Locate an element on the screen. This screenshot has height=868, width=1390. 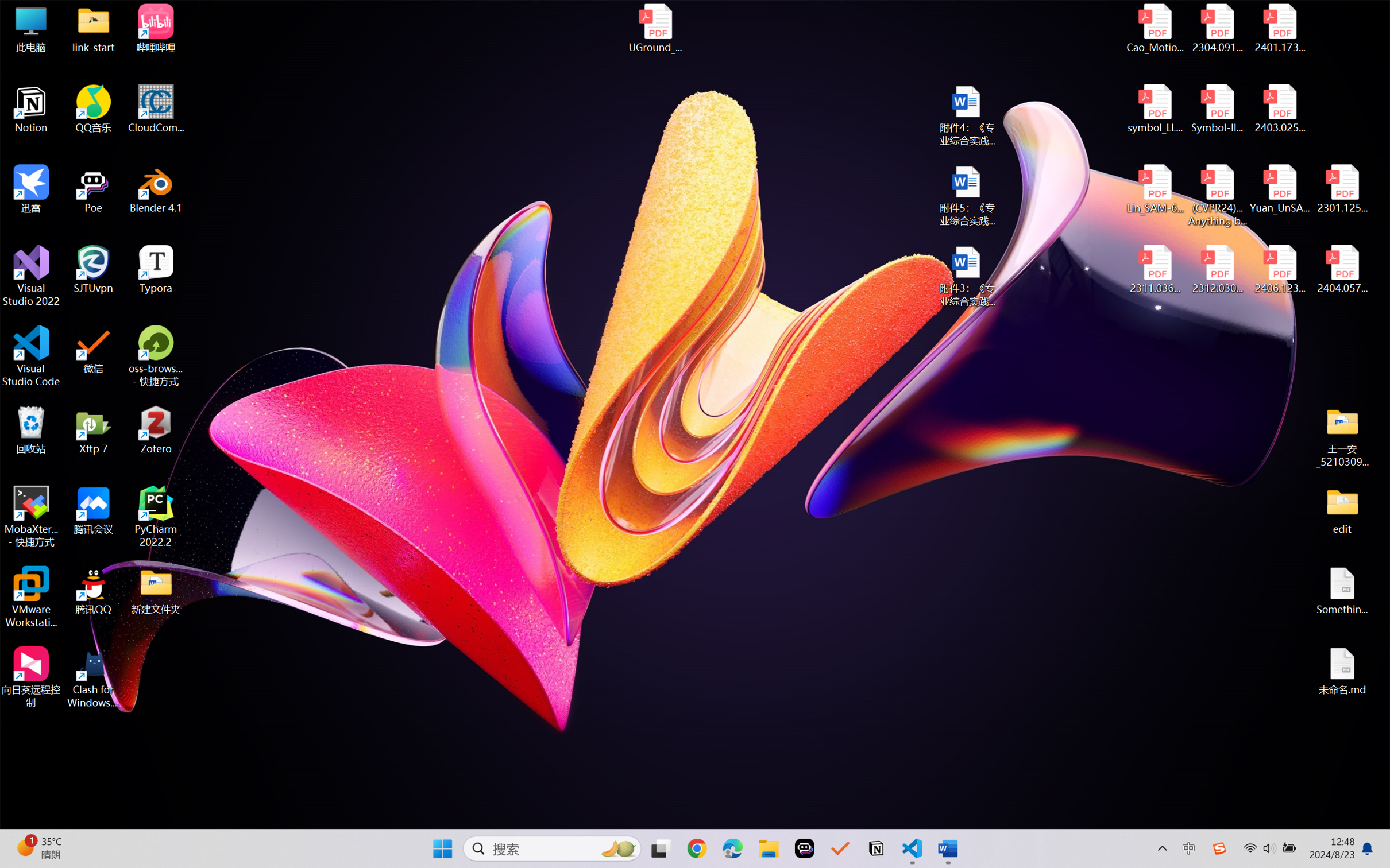
'Visual Studio Code' is located at coordinates (30, 355).